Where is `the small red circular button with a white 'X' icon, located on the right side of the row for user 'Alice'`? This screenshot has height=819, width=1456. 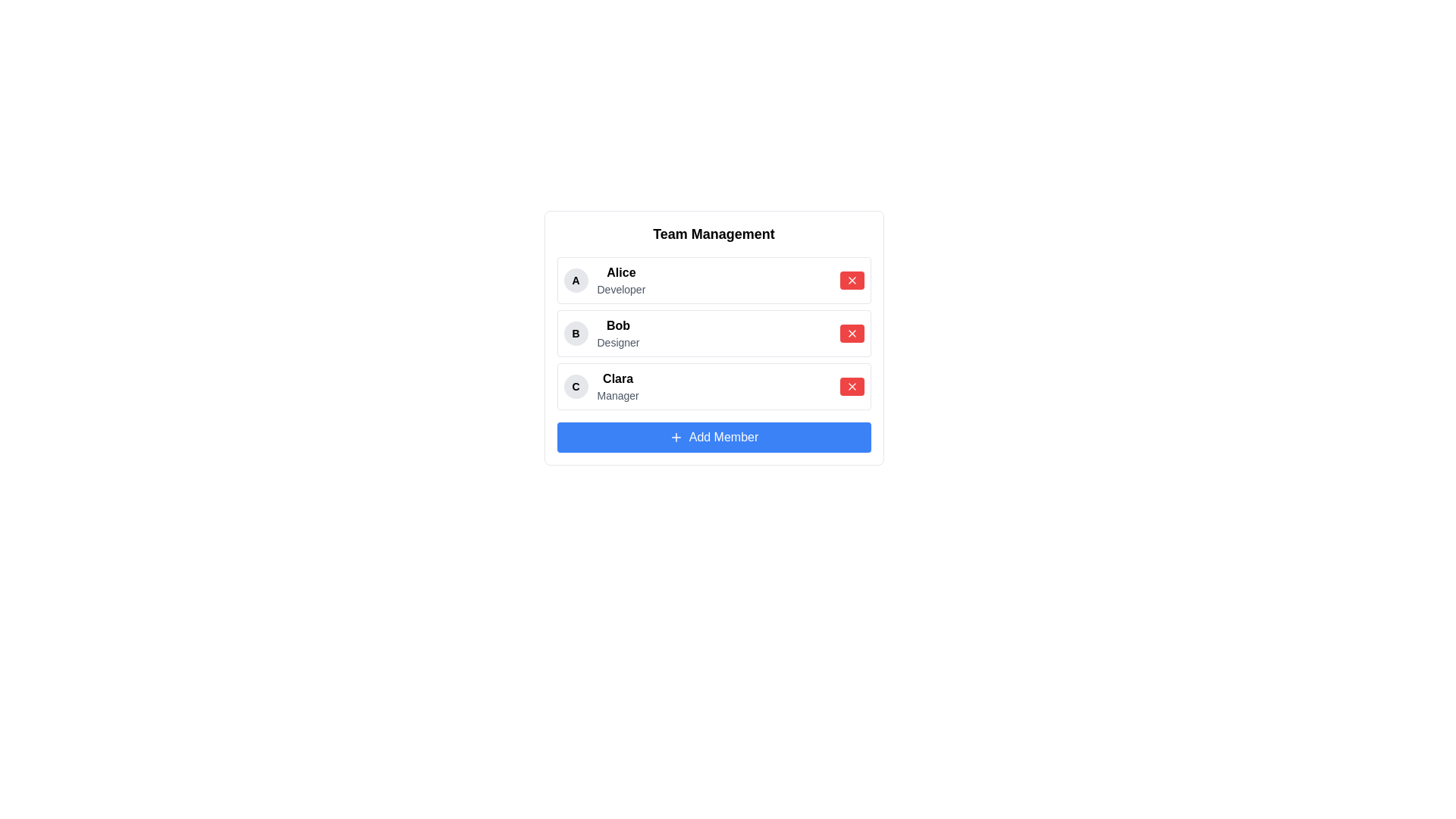 the small red circular button with a white 'X' icon, located on the right side of the row for user 'Alice' is located at coordinates (852, 281).